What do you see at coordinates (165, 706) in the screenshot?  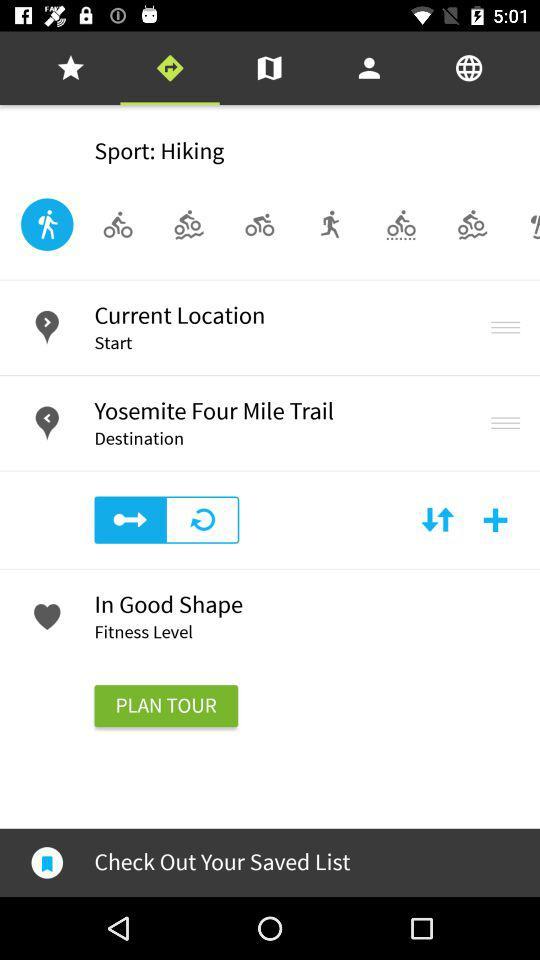 I see `plan tour` at bounding box center [165, 706].